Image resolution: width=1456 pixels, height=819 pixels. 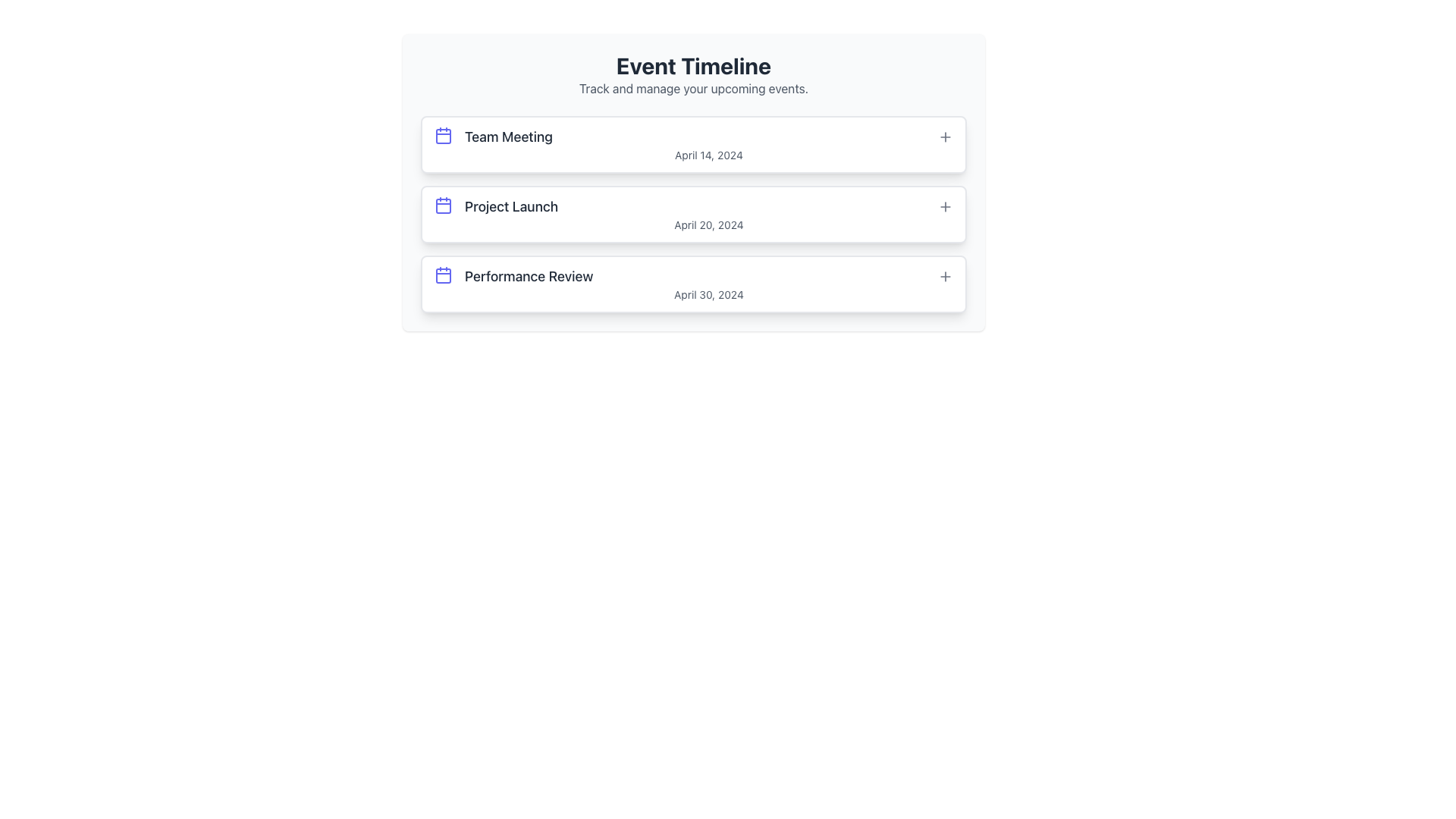 I want to click on the 'Performance Review' text label, which is displayed in bold and medium-sized dark-gray font, to initiate a related action, so click(x=529, y=277).